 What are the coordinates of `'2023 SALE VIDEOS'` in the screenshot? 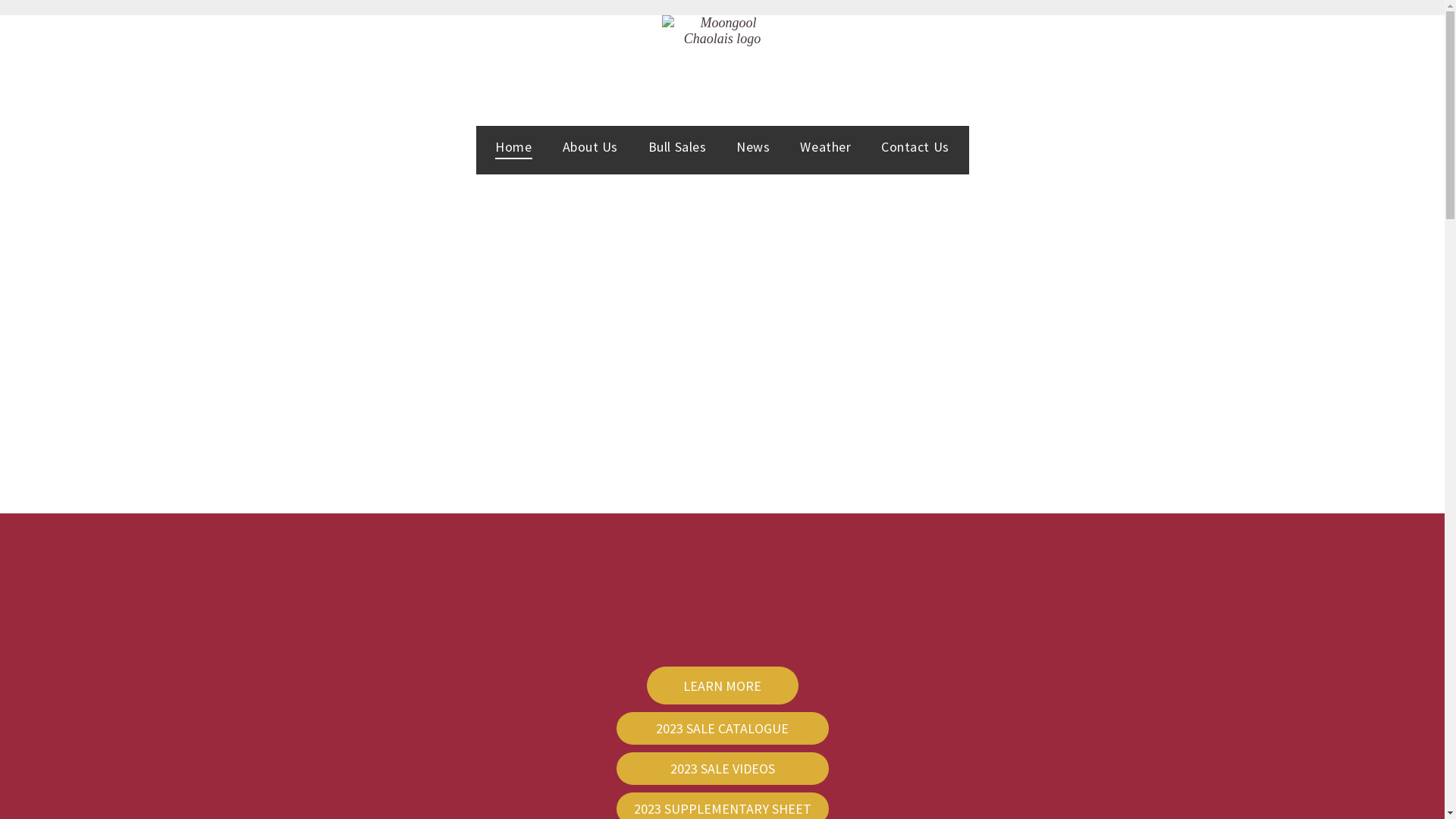 It's located at (720, 768).